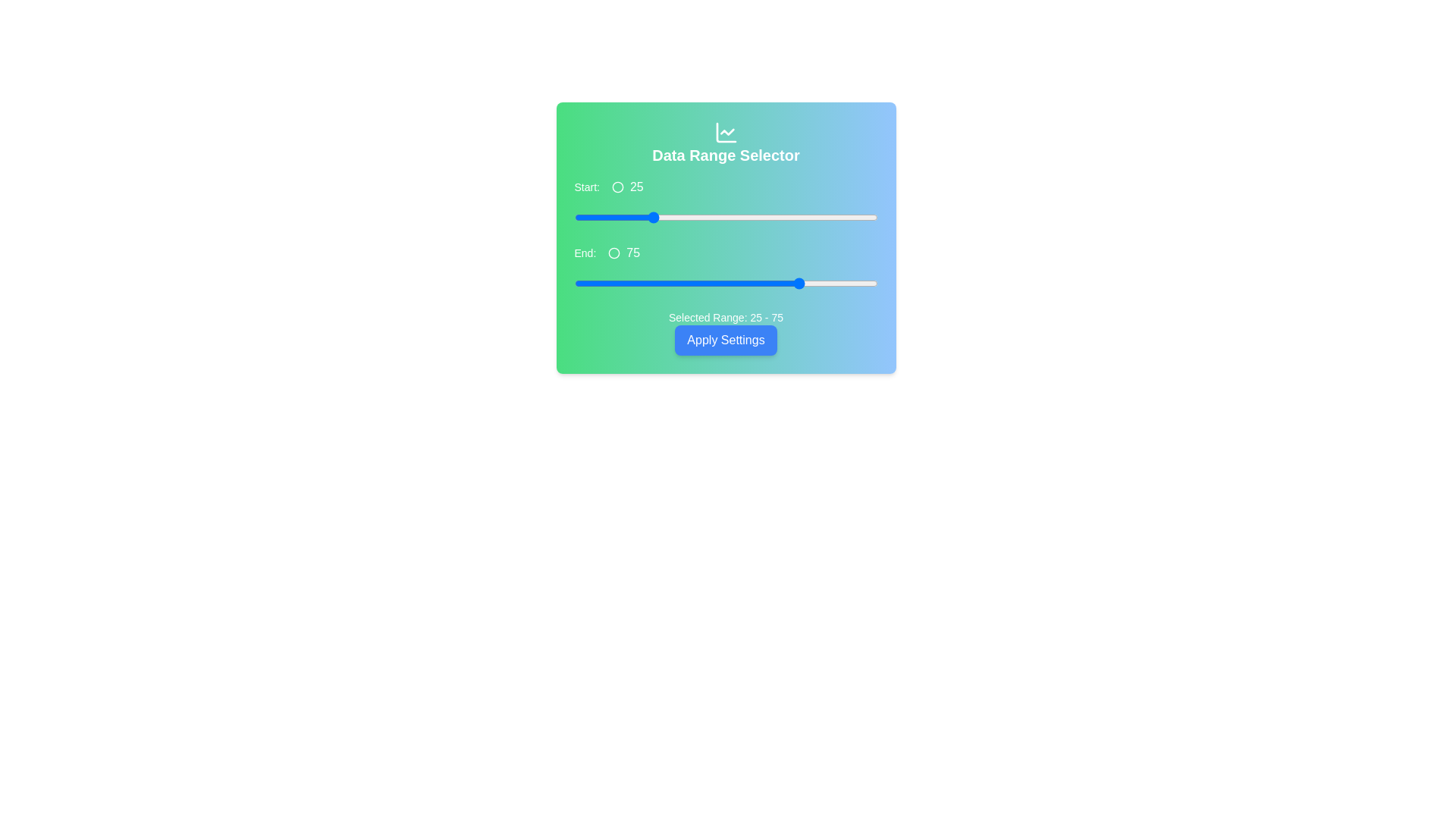 Image resolution: width=1456 pixels, height=819 pixels. What do you see at coordinates (633, 253) in the screenshot?
I see `the static text that displays the endpoint value for the selected range, positioned adjacent to 'End:' and aligned with a circular icon` at bounding box center [633, 253].